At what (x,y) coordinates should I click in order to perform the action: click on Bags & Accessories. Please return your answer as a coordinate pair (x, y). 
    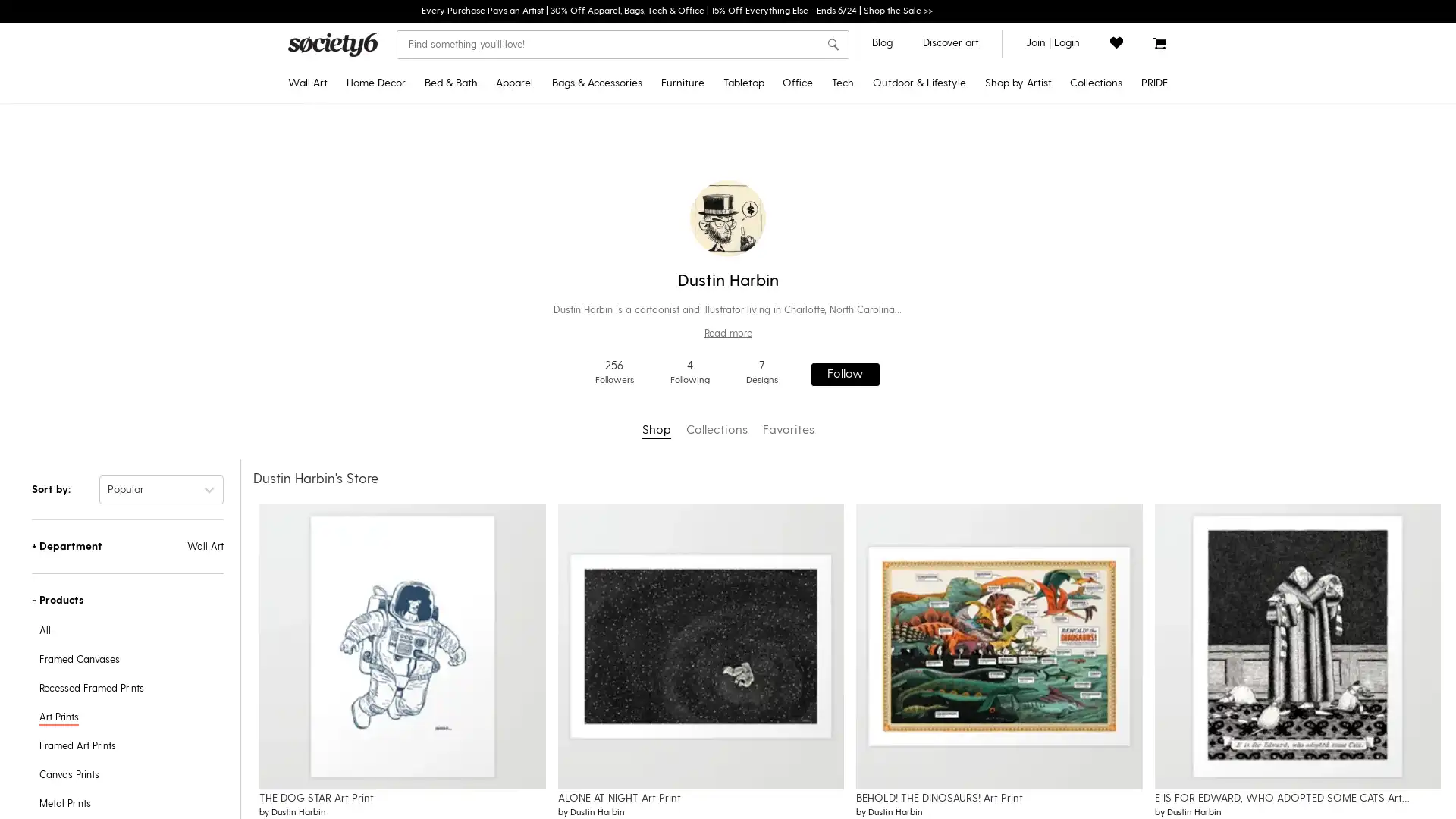
    Looking at the image, I should click on (596, 83).